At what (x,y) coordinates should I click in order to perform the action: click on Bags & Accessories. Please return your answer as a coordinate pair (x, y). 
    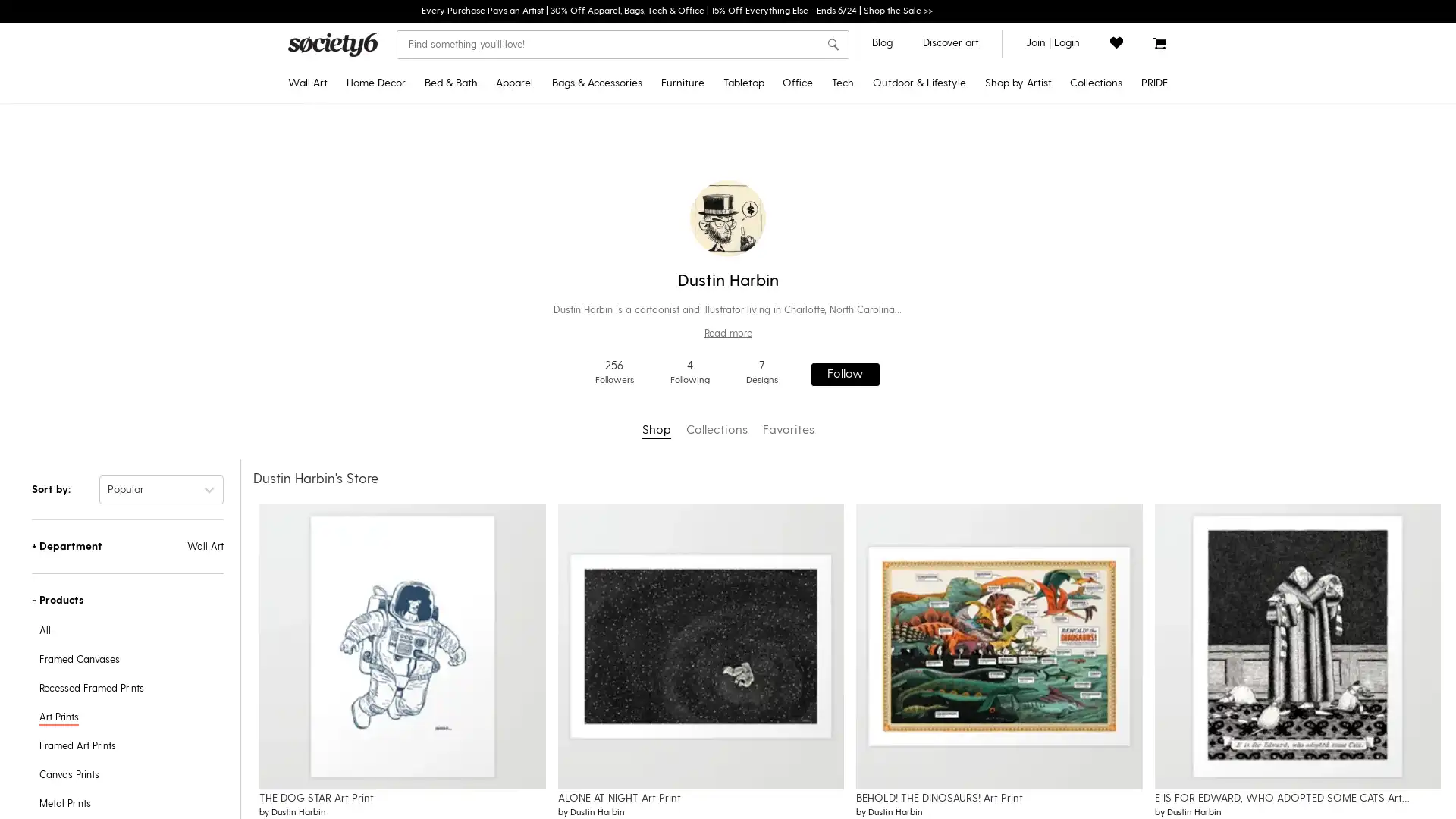
    Looking at the image, I should click on (596, 83).